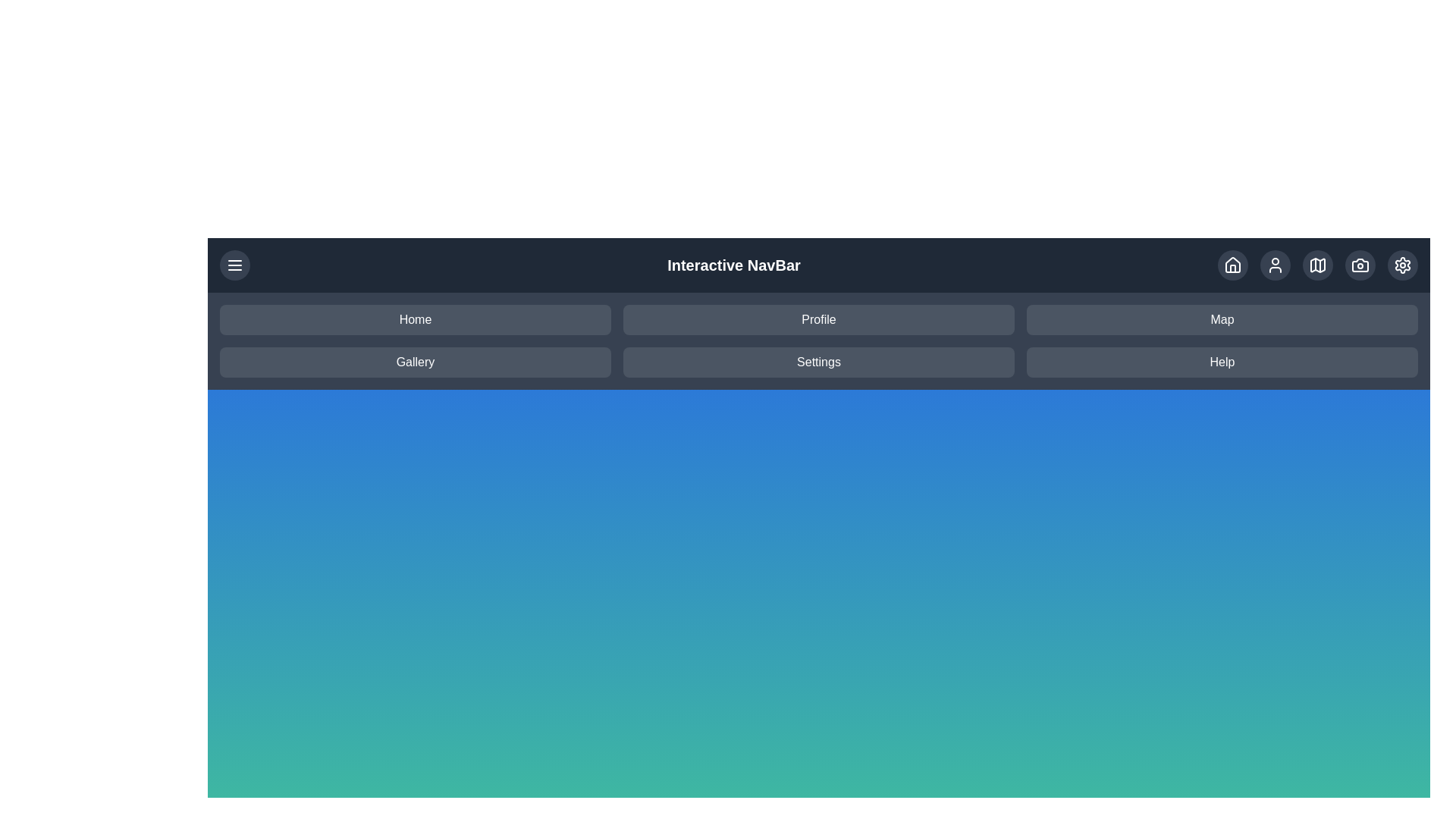 The image size is (1456, 819). Describe the element at coordinates (818, 362) in the screenshot. I see `the menu item labeled Settings` at that location.